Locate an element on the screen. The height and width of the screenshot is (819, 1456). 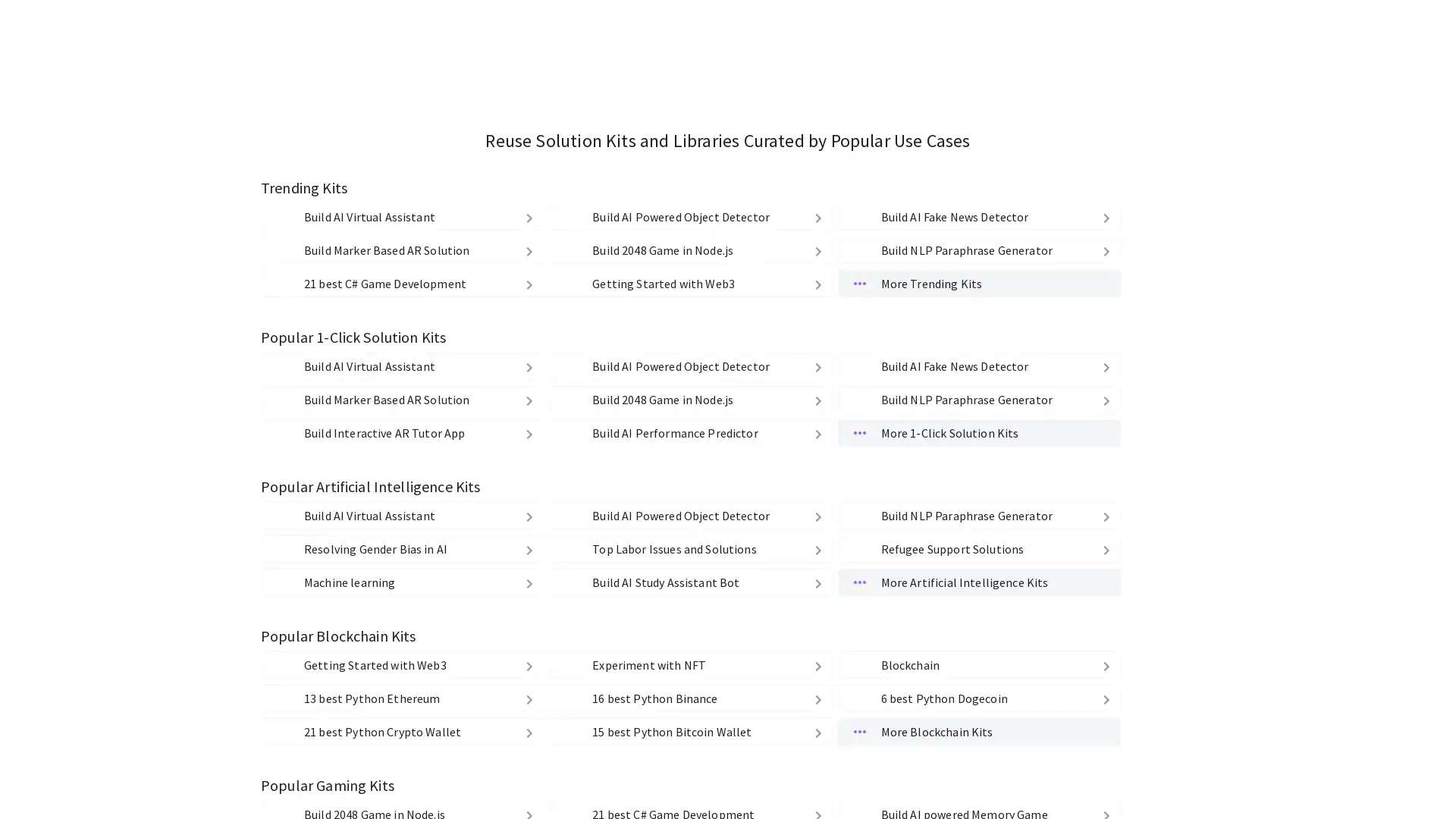
delete is located at coordinates (796, 781).